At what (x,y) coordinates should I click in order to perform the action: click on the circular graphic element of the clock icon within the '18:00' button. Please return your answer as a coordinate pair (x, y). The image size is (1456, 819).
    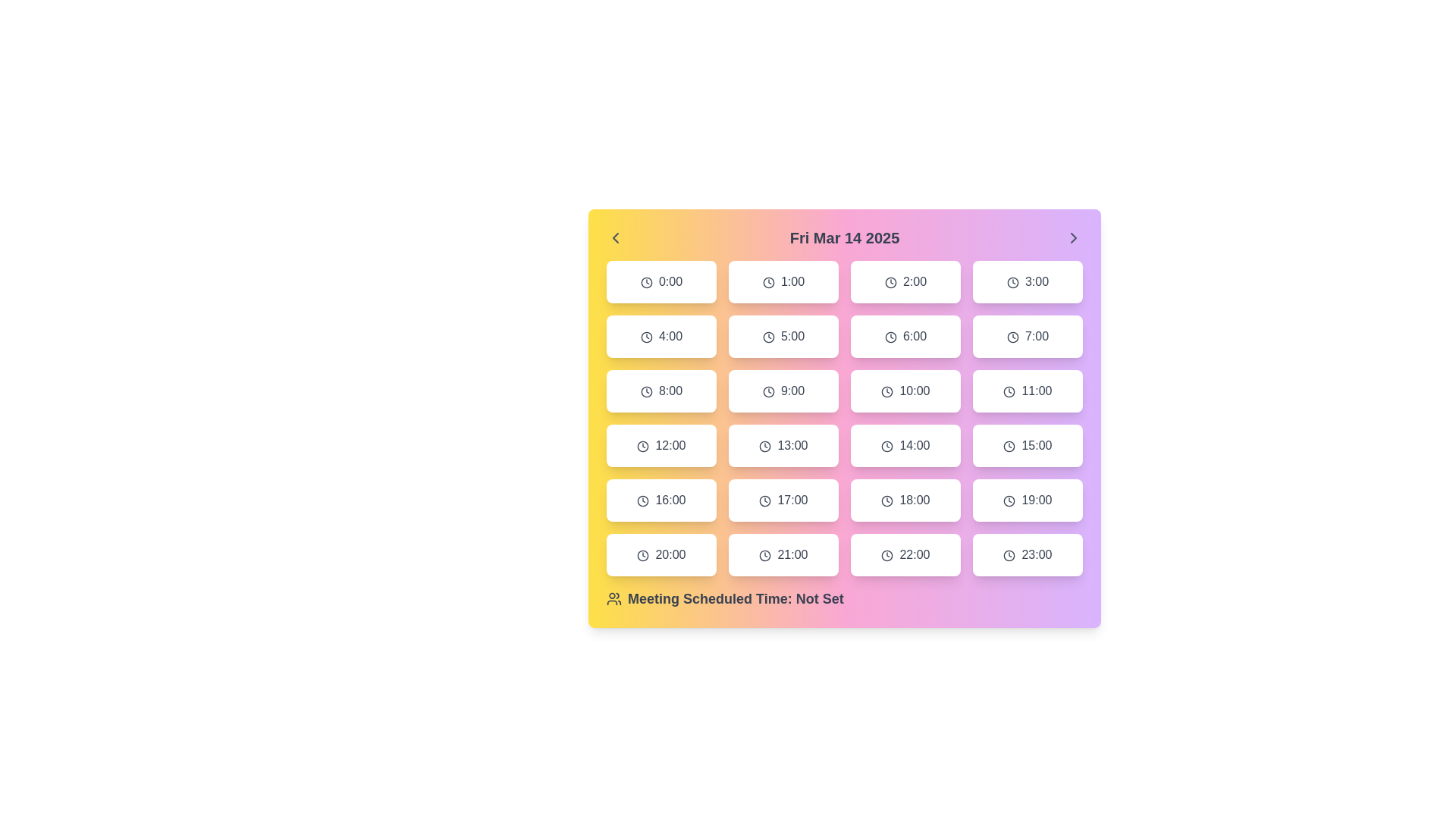
    Looking at the image, I should click on (887, 500).